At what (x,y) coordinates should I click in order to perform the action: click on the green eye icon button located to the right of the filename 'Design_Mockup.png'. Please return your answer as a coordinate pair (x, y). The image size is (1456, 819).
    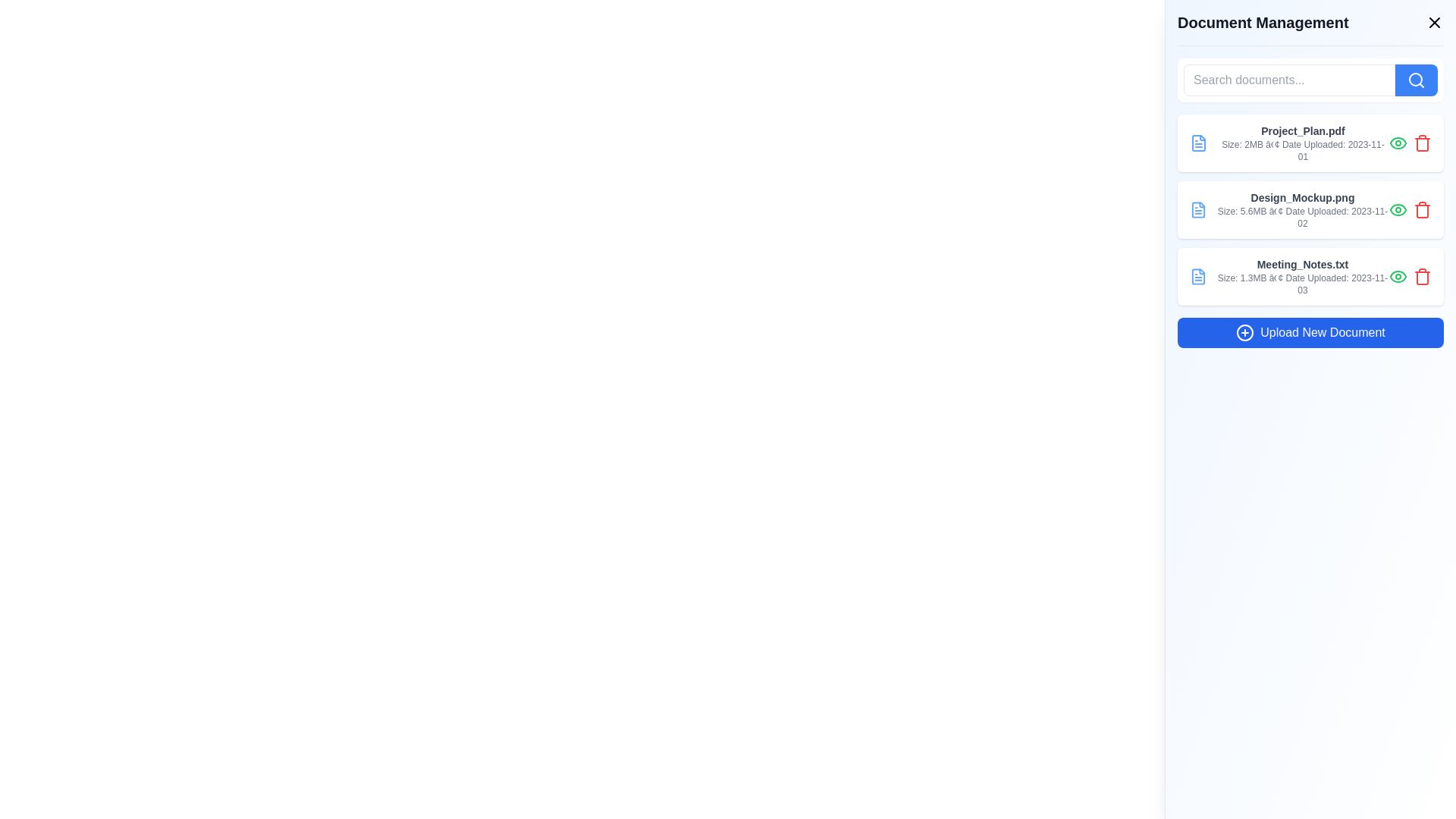
    Looking at the image, I should click on (1397, 210).